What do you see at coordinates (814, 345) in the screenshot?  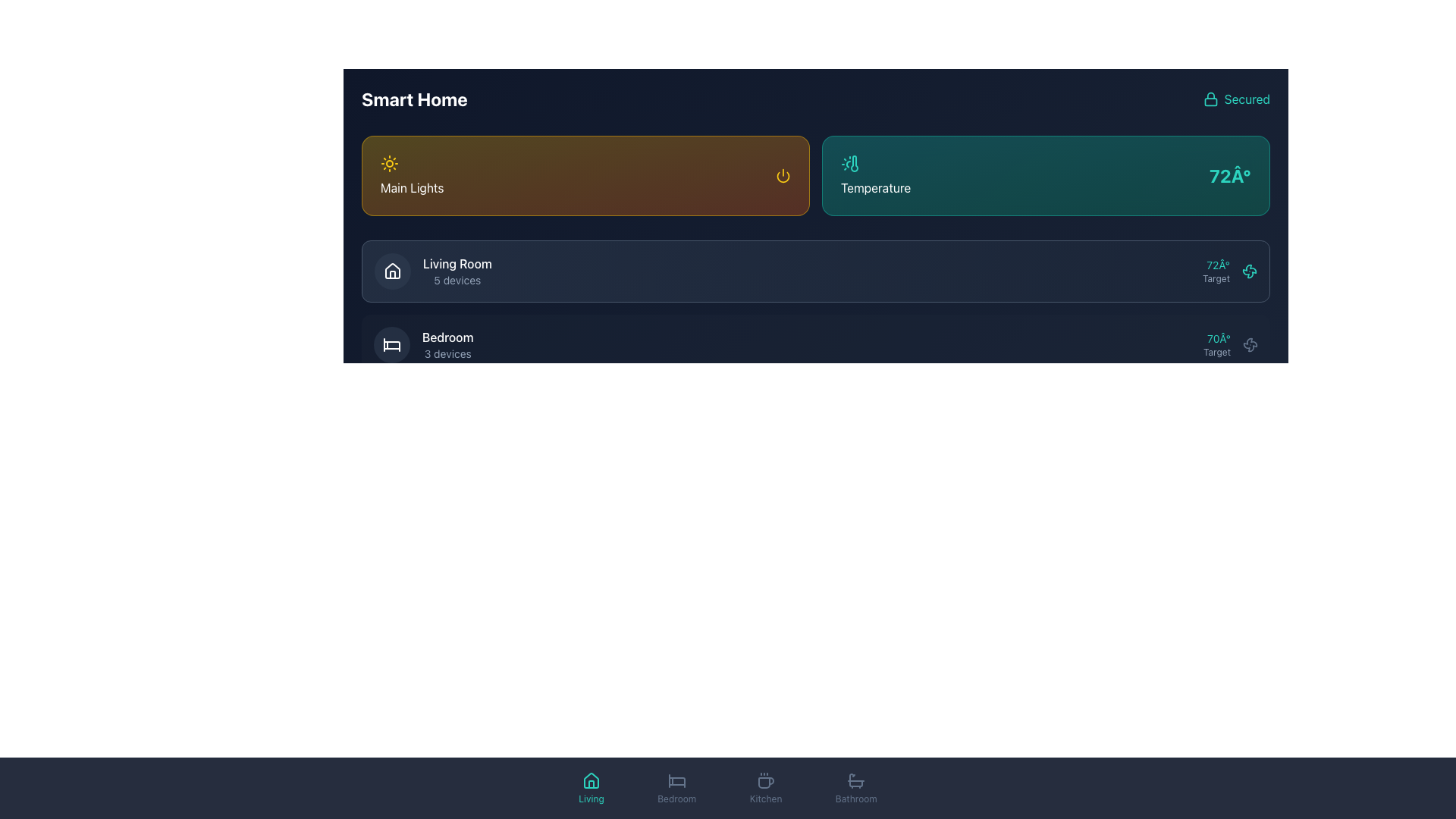 I see `the dark blue card labeled 'Bedroom', which displays '3 devices' and '70°'` at bounding box center [814, 345].